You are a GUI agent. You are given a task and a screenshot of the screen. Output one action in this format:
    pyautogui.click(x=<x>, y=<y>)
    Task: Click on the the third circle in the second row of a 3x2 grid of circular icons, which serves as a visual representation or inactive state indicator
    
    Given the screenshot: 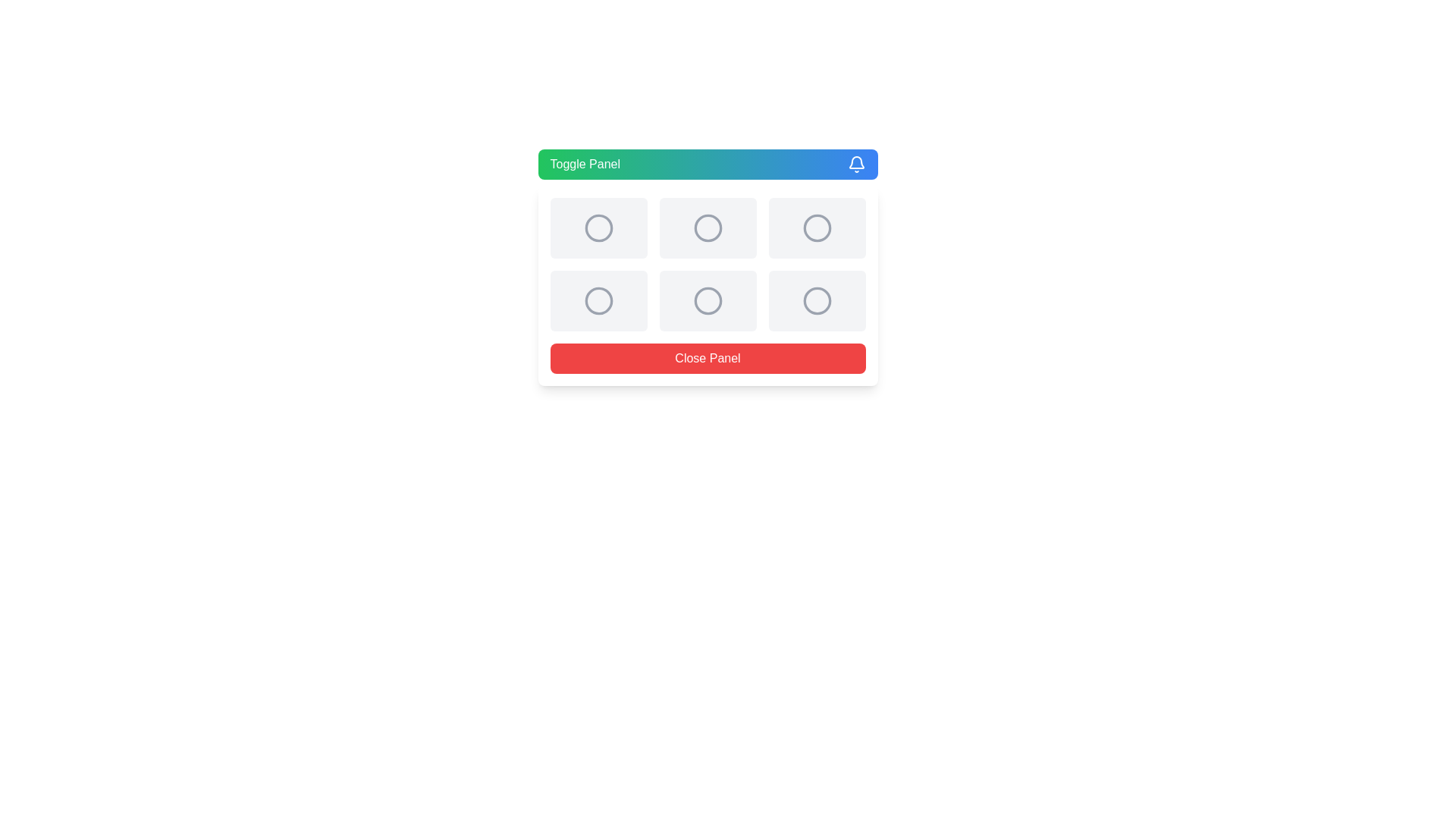 What is the action you would take?
    pyautogui.click(x=707, y=301)
    